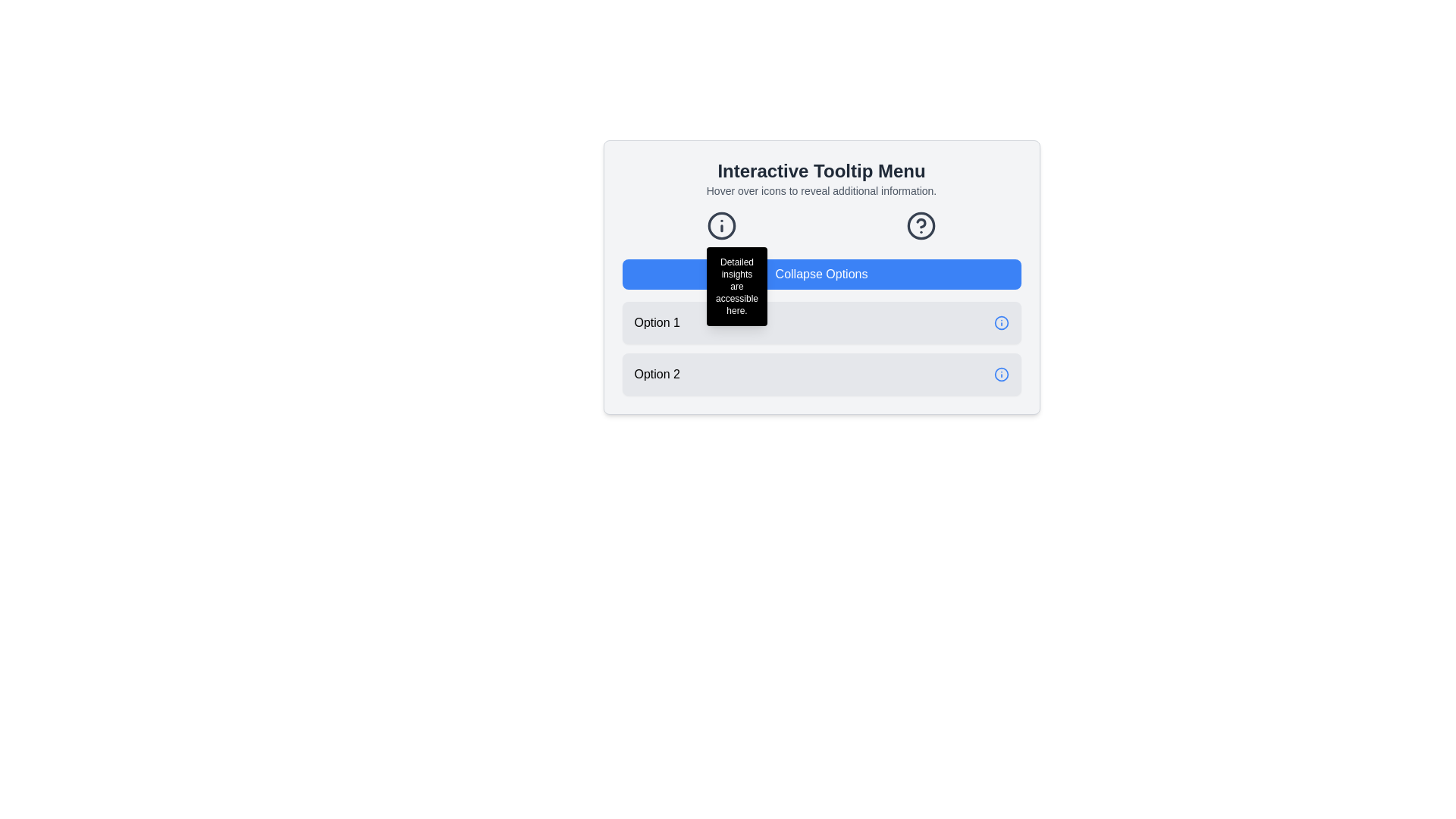  What do you see at coordinates (737, 287) in the screenshot?
I see `the tooltip with the message 'Detailed insights are accessible here.' to keep it visible` at bounding box center [737, 287].